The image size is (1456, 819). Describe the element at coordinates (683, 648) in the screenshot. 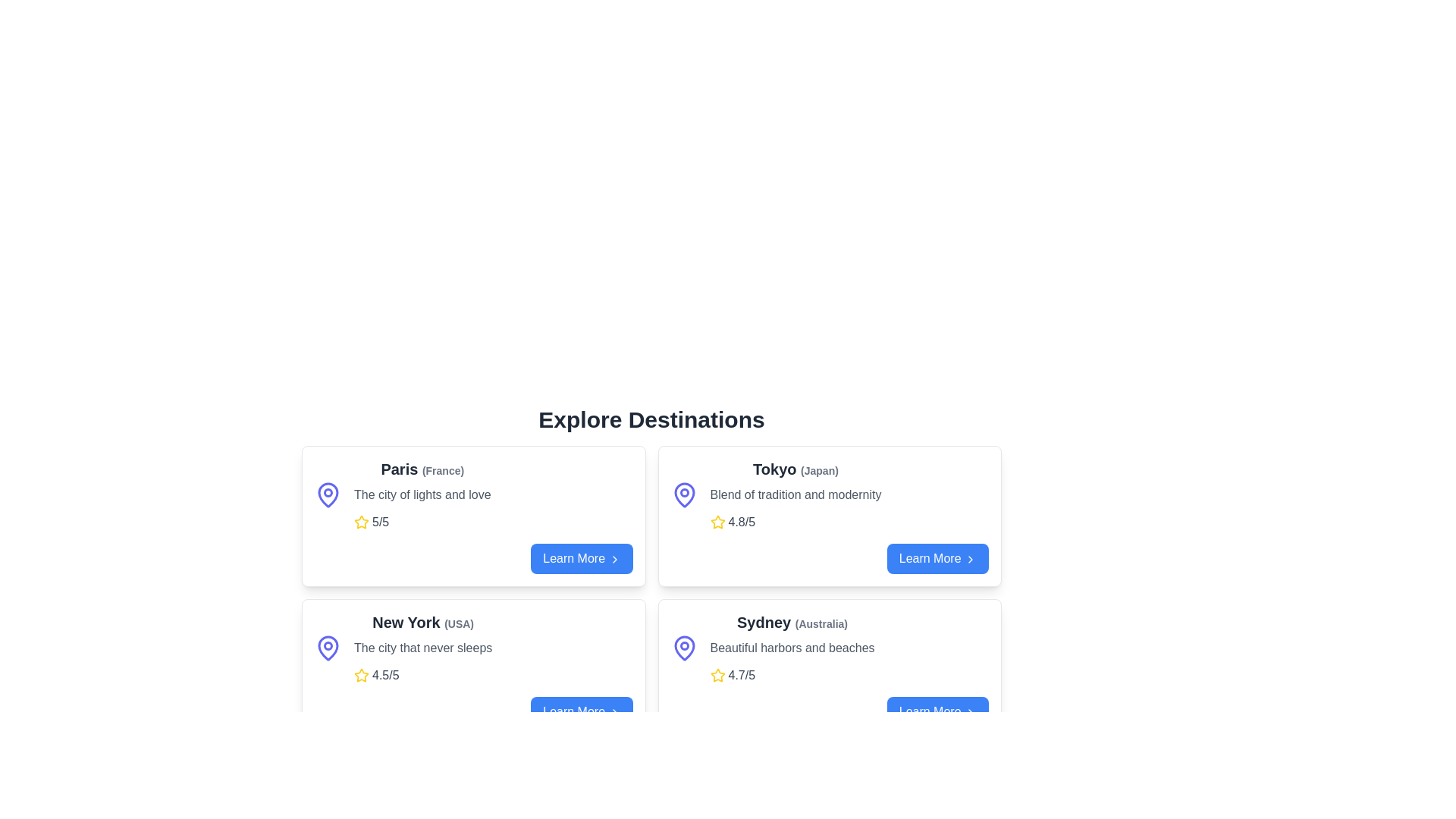

I see `the SVG map pin icon located in the bottom-right section of the 'Sydney (Australia)' card, which features an indigo color and a circular center` at that location.